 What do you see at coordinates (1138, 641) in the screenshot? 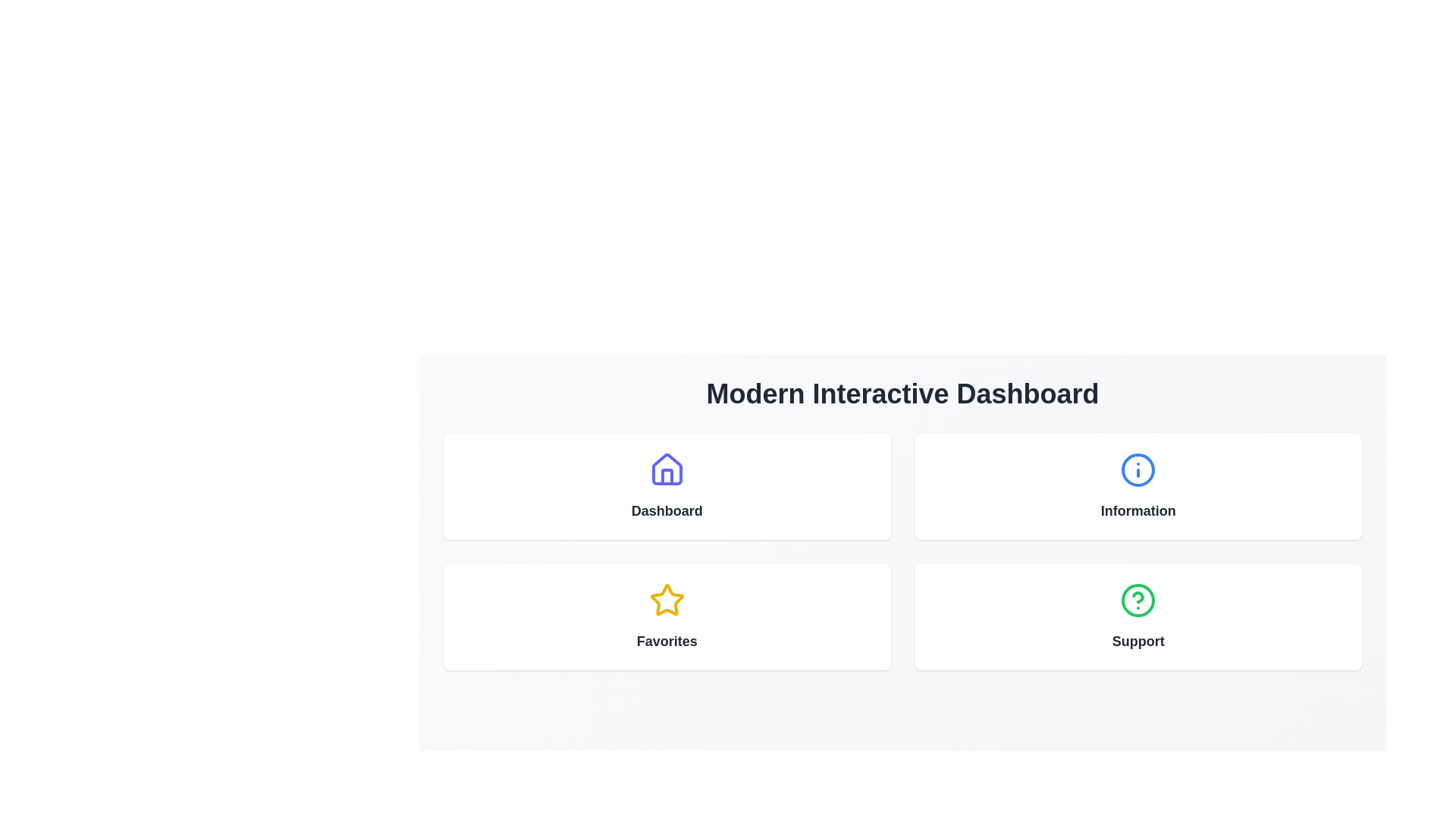
I see `the label that describes the purpose of the corresponding support-related card, located in the bottom-right card of the grid, beneath a green question mark icon` at bounding box center [1138, 641].